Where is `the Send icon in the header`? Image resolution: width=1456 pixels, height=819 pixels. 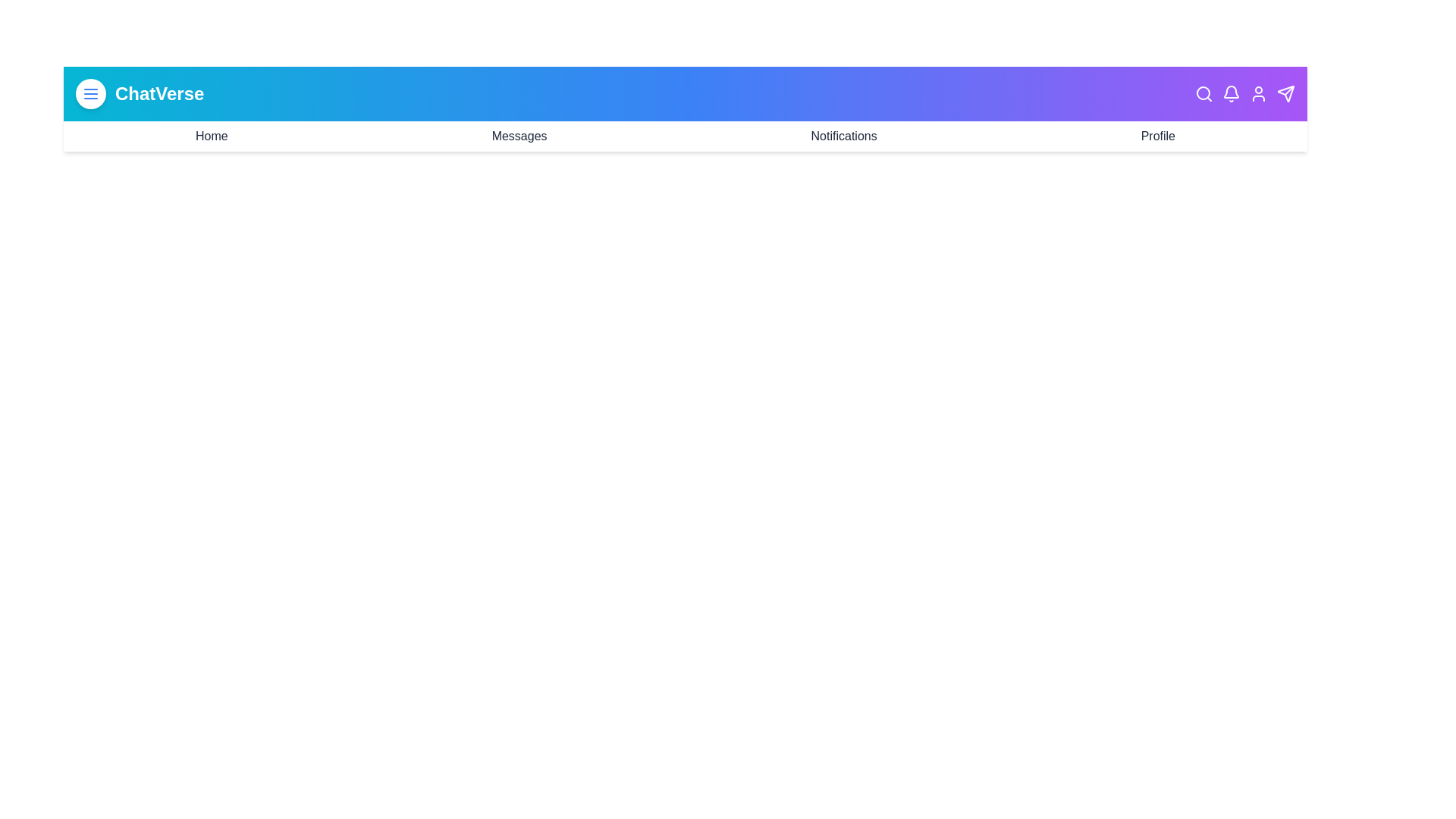
the Send icon in the header is located at coordinates (1285, 93).